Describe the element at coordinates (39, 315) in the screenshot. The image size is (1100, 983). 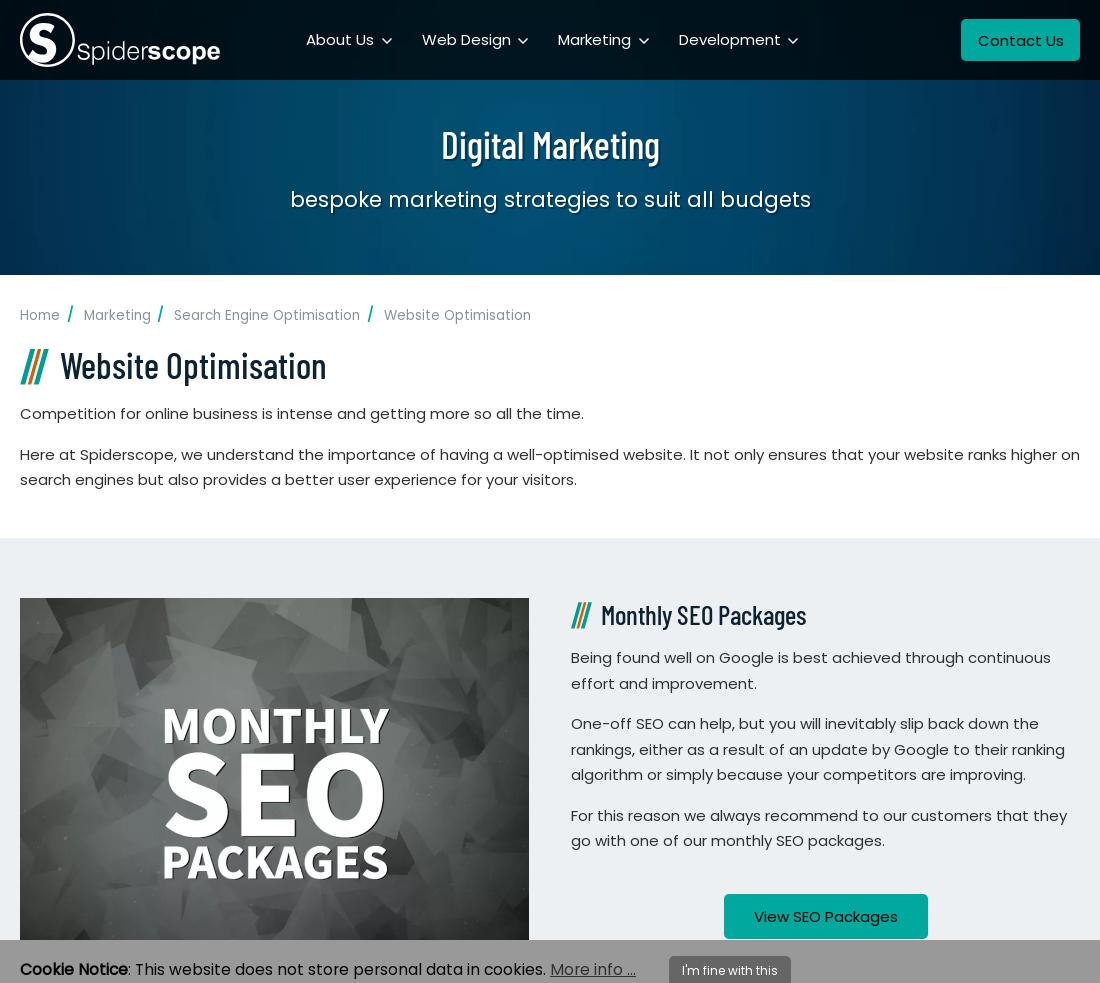
I see `'Home'` at that location.